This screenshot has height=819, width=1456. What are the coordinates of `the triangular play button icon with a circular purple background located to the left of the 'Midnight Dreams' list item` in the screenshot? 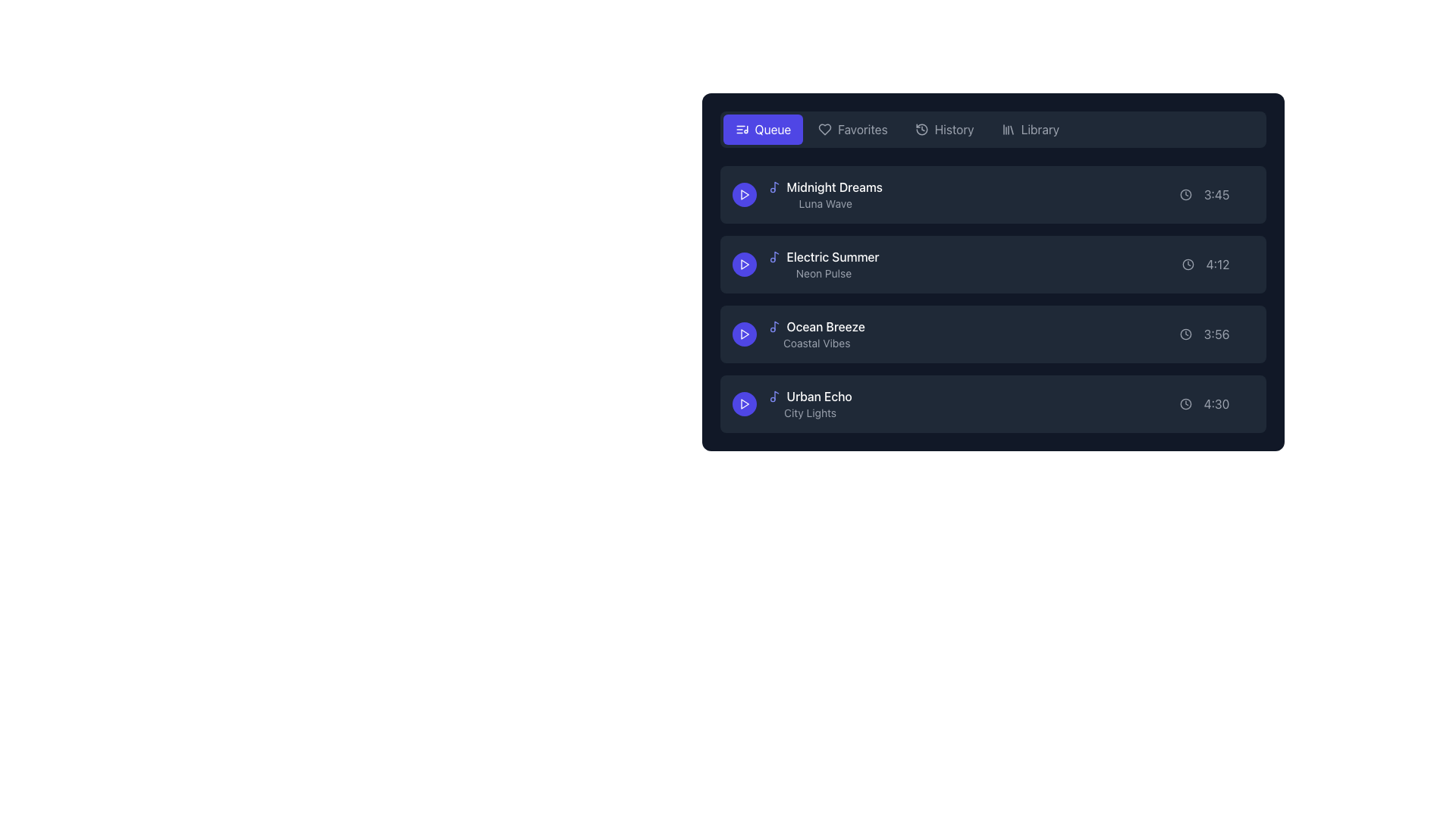 It's located at (744, 194).